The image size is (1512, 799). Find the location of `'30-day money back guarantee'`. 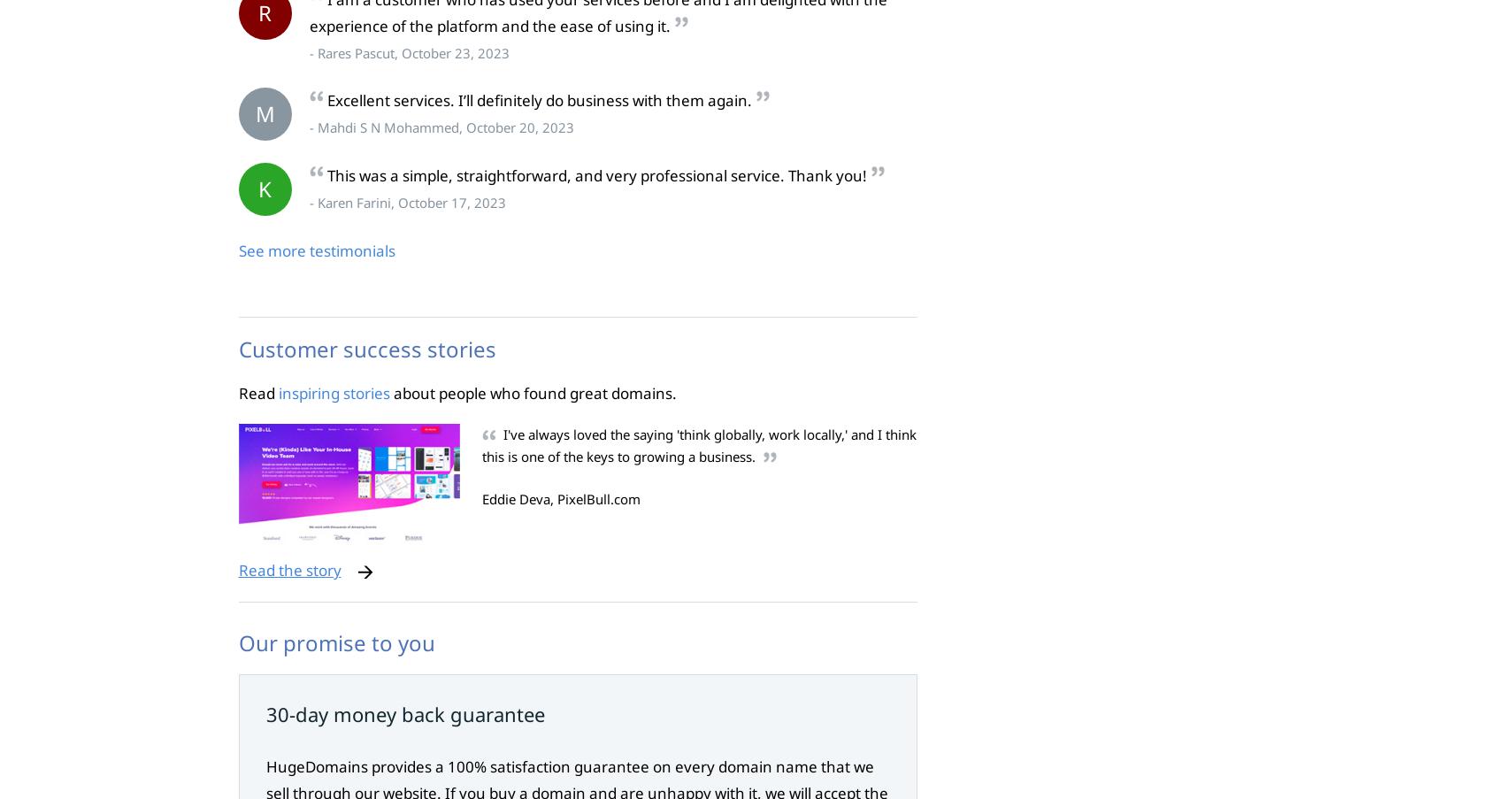

'30-day money back guarantee' is located at coordinates (264, 713).